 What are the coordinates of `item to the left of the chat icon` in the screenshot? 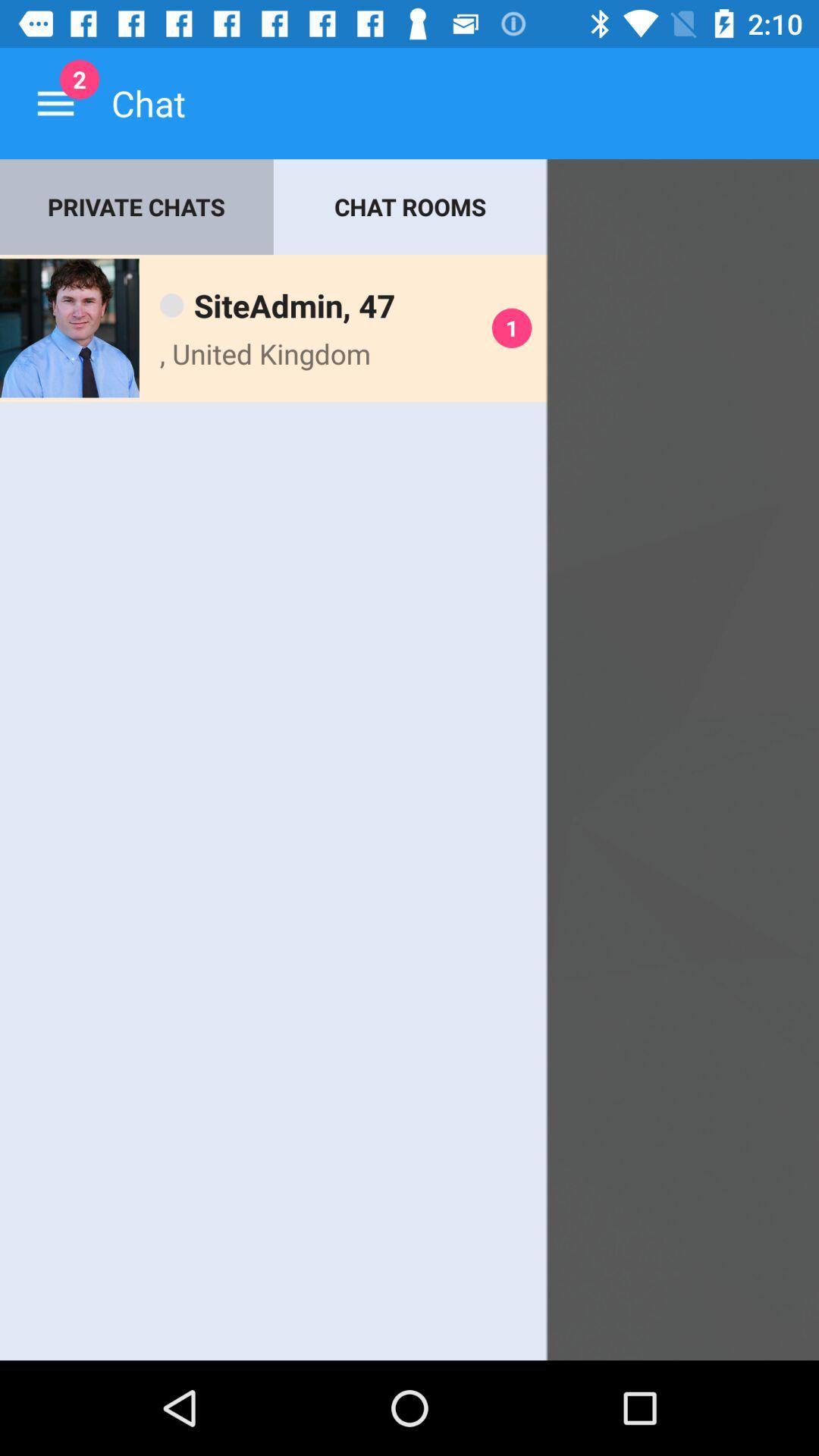 It's located at (55, 102).